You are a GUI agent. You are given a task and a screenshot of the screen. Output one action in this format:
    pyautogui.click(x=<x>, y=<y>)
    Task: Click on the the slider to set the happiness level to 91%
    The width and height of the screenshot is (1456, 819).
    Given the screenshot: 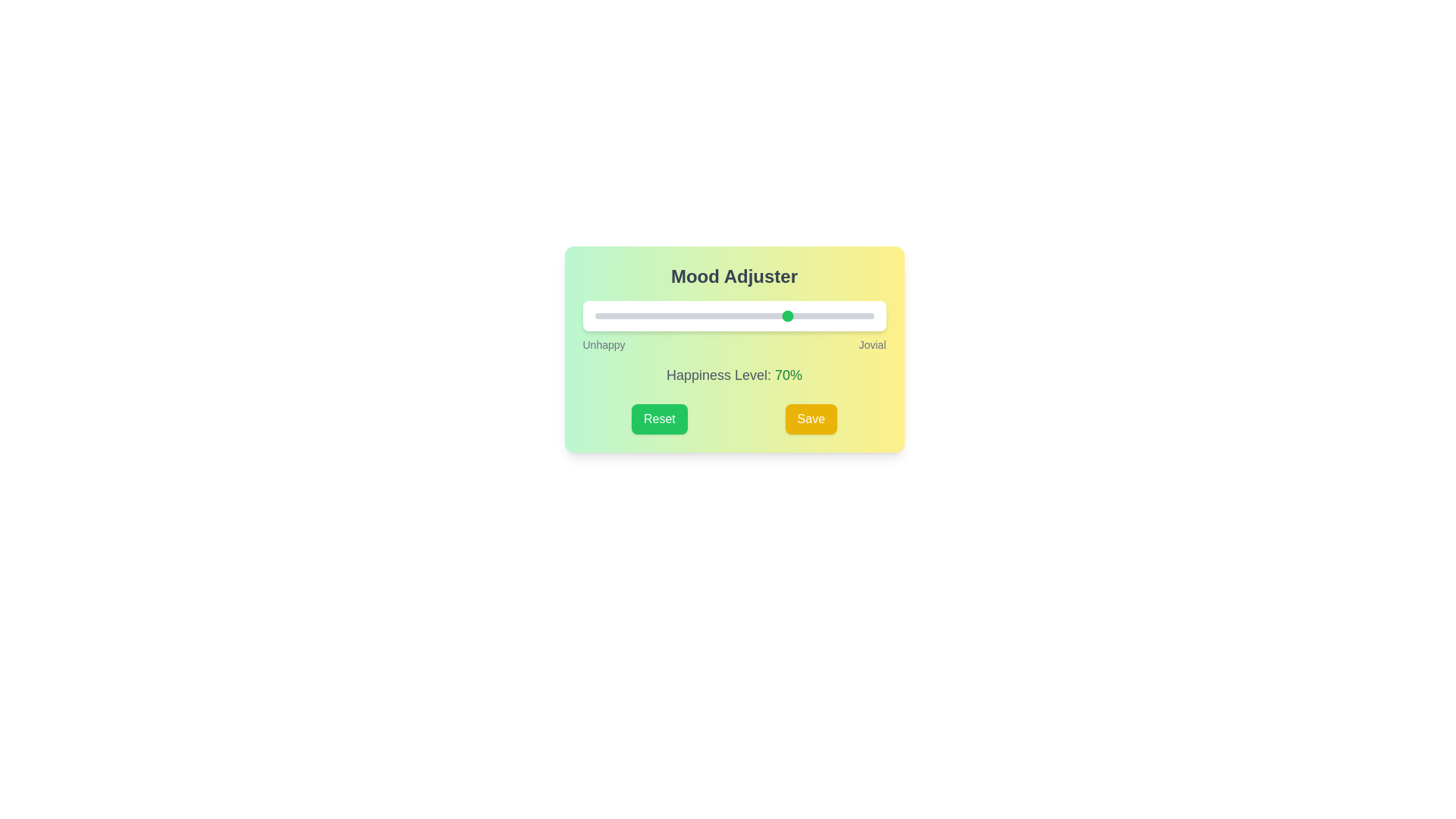 What is the action you would take?
    pyautogui.click(x=848, y=315)
    